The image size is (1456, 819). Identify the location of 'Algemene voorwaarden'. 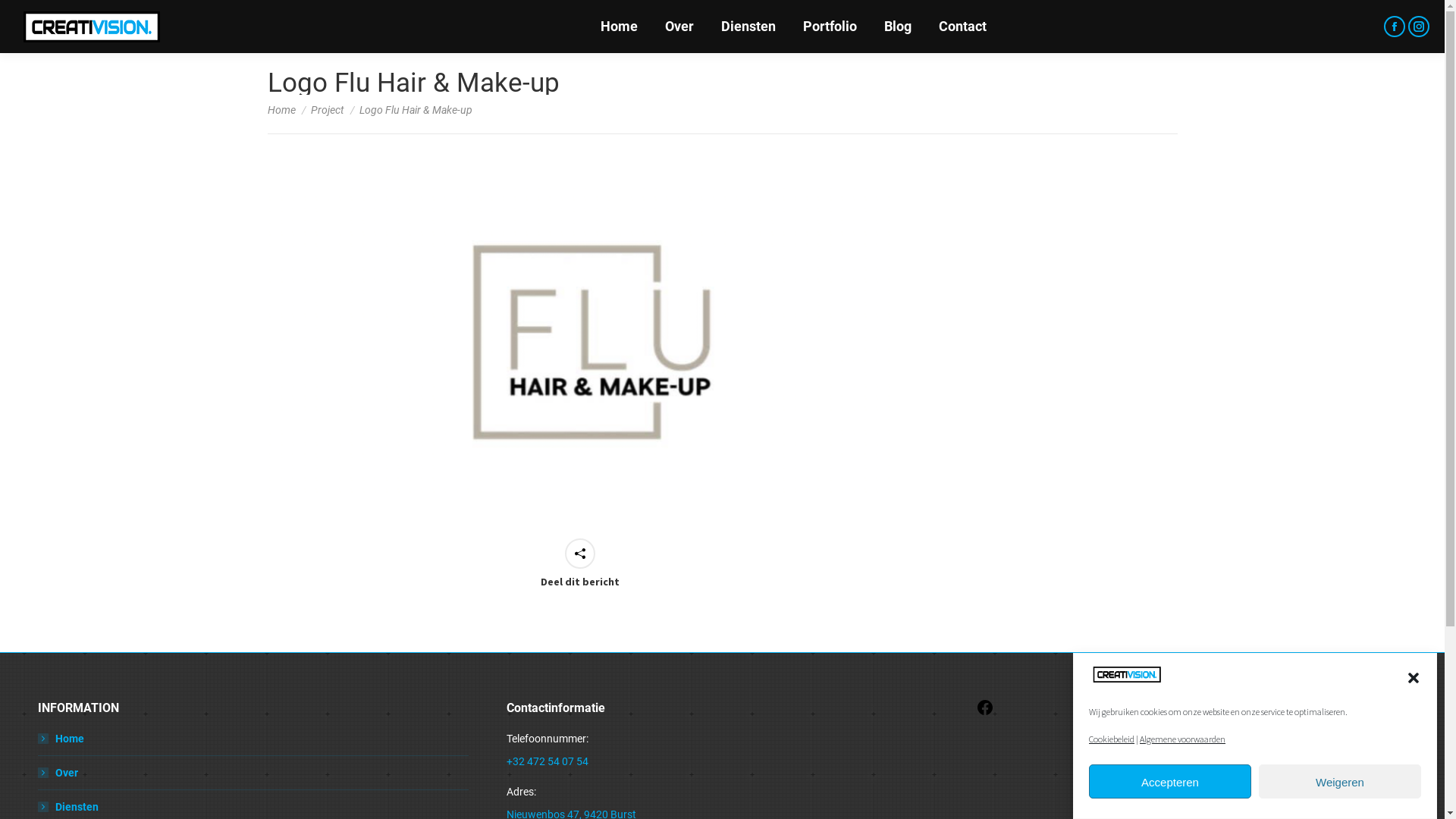
(1181, 738).